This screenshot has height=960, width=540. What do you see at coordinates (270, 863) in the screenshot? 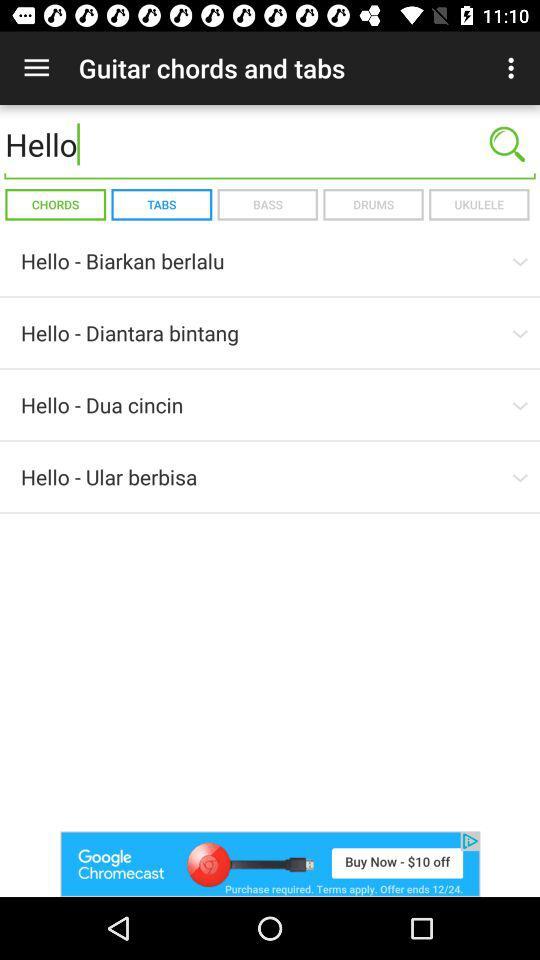
I see `google chromcast advertisement` at bounding box center [270, 863].